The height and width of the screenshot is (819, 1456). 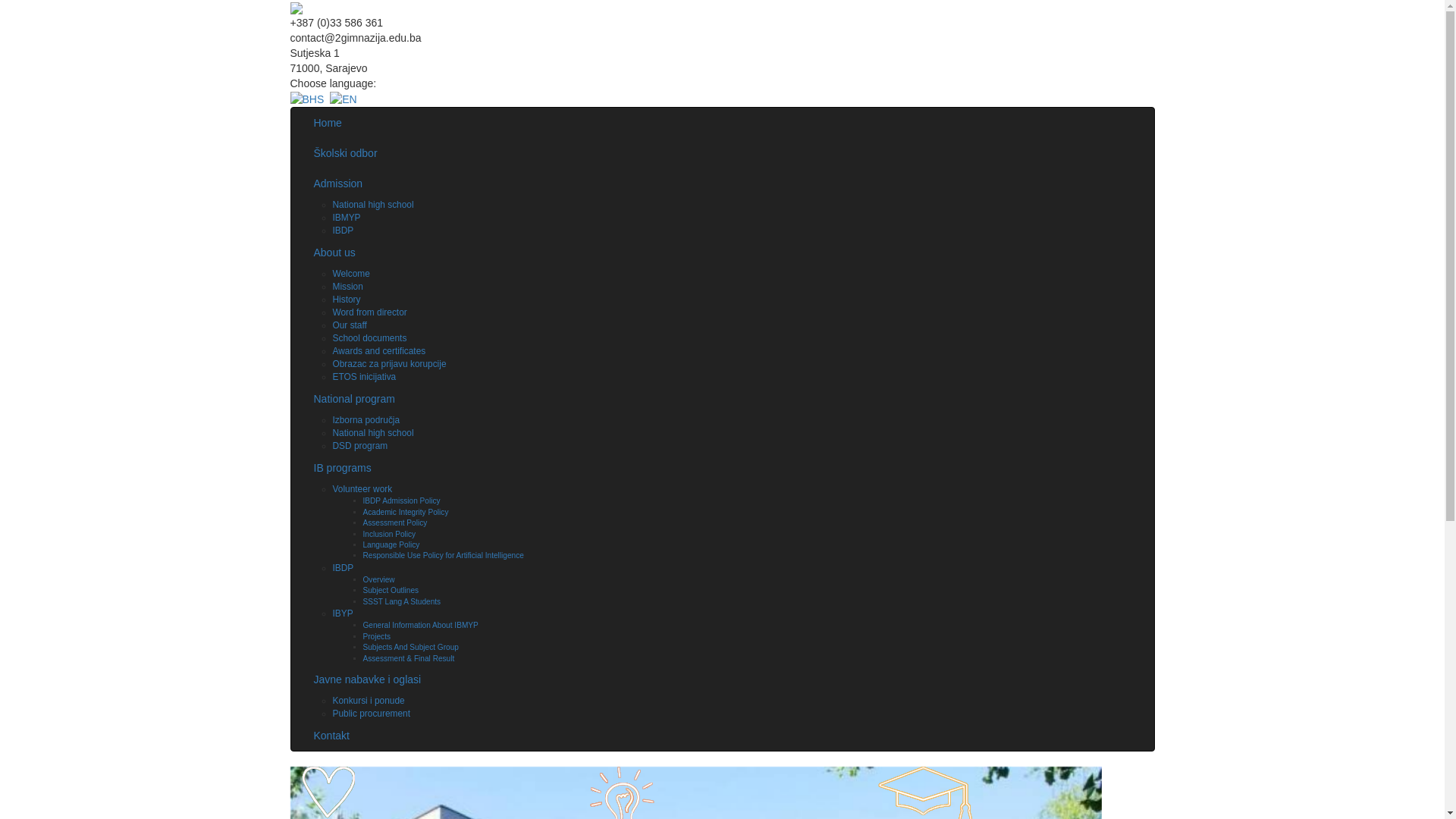 What do you see at coordinates (371, 714) in the screenshot?
I see `'Public procurement'` at bounding box center [371, 714].